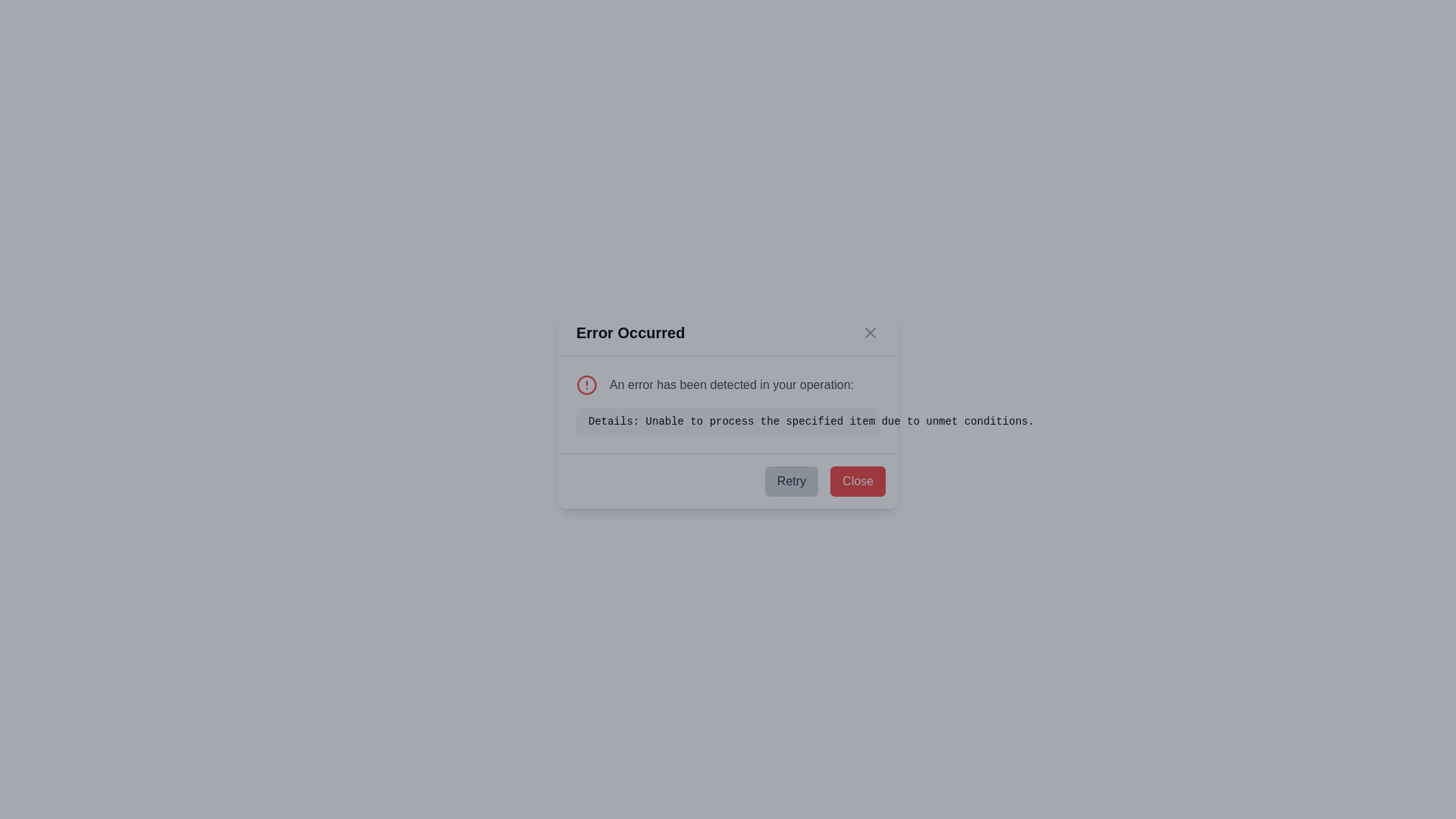 This screenshot has height=819, width=1456. Describe the element at coordinates (870, 332) in the screenshot. I see `the close button located in the top-right corner of the modal dialog titled 'Error Occurred' for accessibility navigation` at that location.